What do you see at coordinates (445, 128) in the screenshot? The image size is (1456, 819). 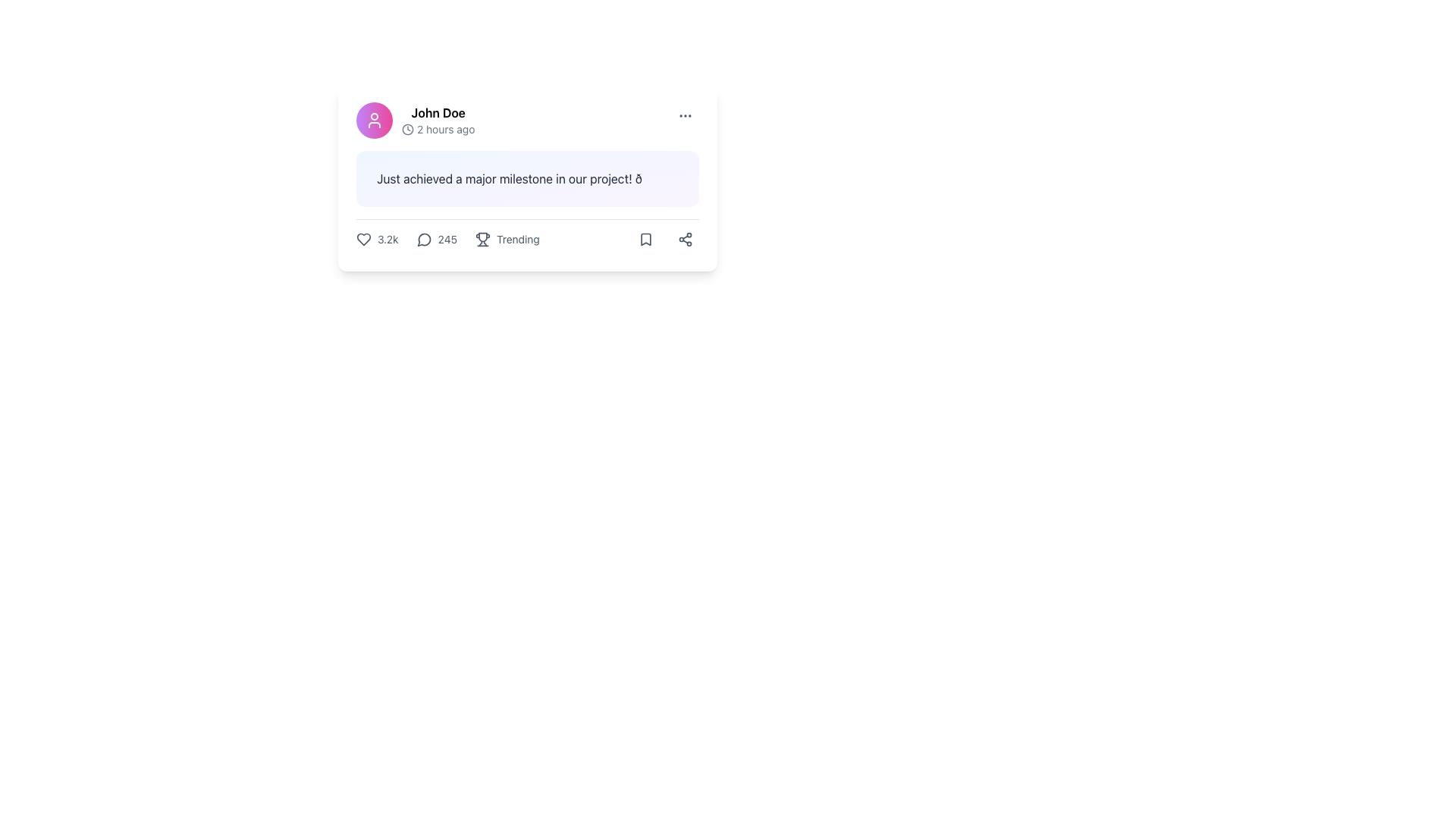 I see `static text that indicates the time when the post was created, located in the metadata section near the top left corner of the post, to the right of the clock icon and below the name 'John Doe'` at bounding box center [445, 128].